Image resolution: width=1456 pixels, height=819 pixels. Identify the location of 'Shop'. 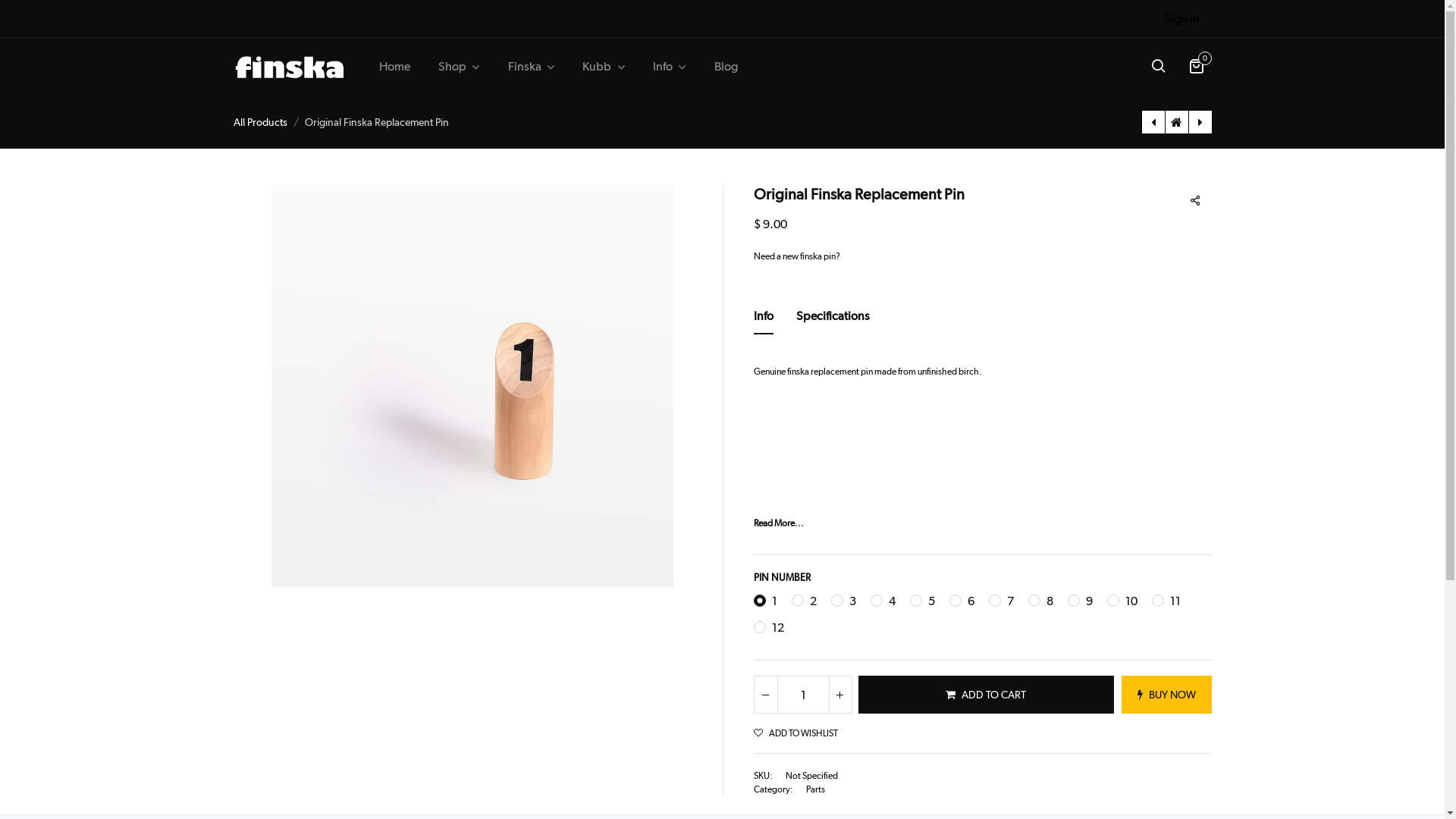
(428, 66).